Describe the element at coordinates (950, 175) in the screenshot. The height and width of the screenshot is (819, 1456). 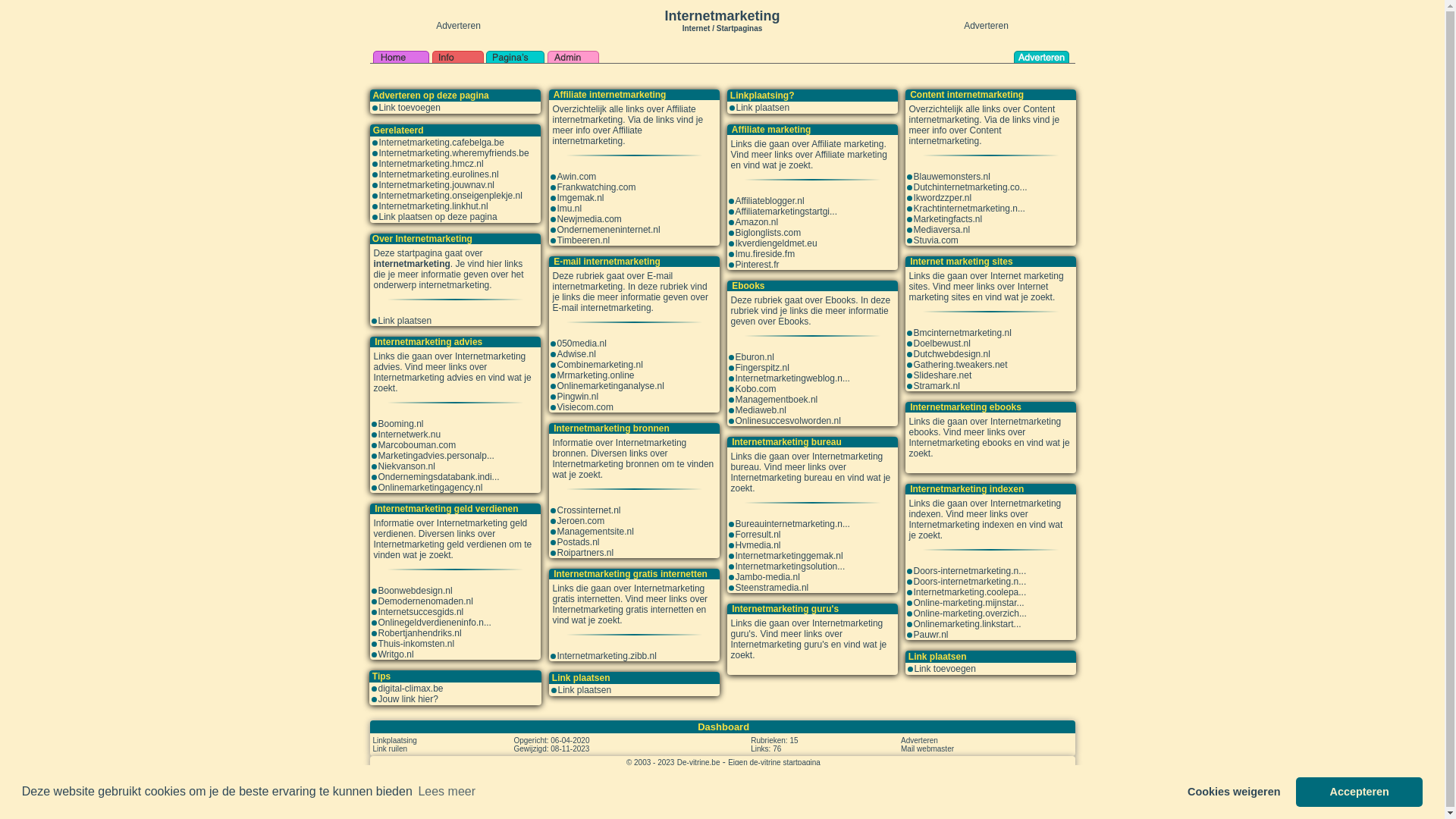
I see `'Blauwemonsters.nl'` at that location.